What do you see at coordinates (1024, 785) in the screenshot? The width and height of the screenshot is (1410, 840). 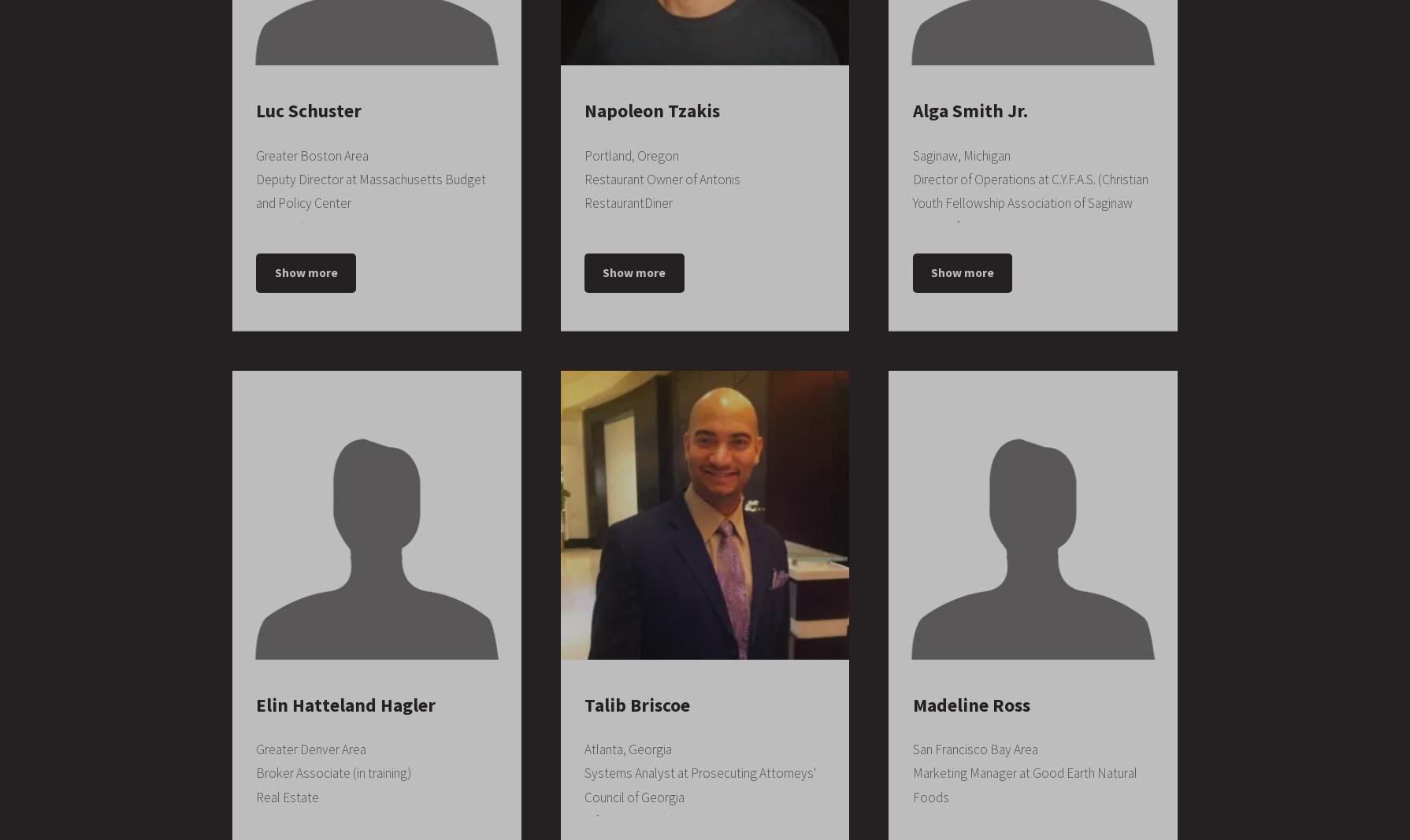 I see `'Marketing Manager at Good Earth Natural Foods'` at bounding box center [1024, 785].